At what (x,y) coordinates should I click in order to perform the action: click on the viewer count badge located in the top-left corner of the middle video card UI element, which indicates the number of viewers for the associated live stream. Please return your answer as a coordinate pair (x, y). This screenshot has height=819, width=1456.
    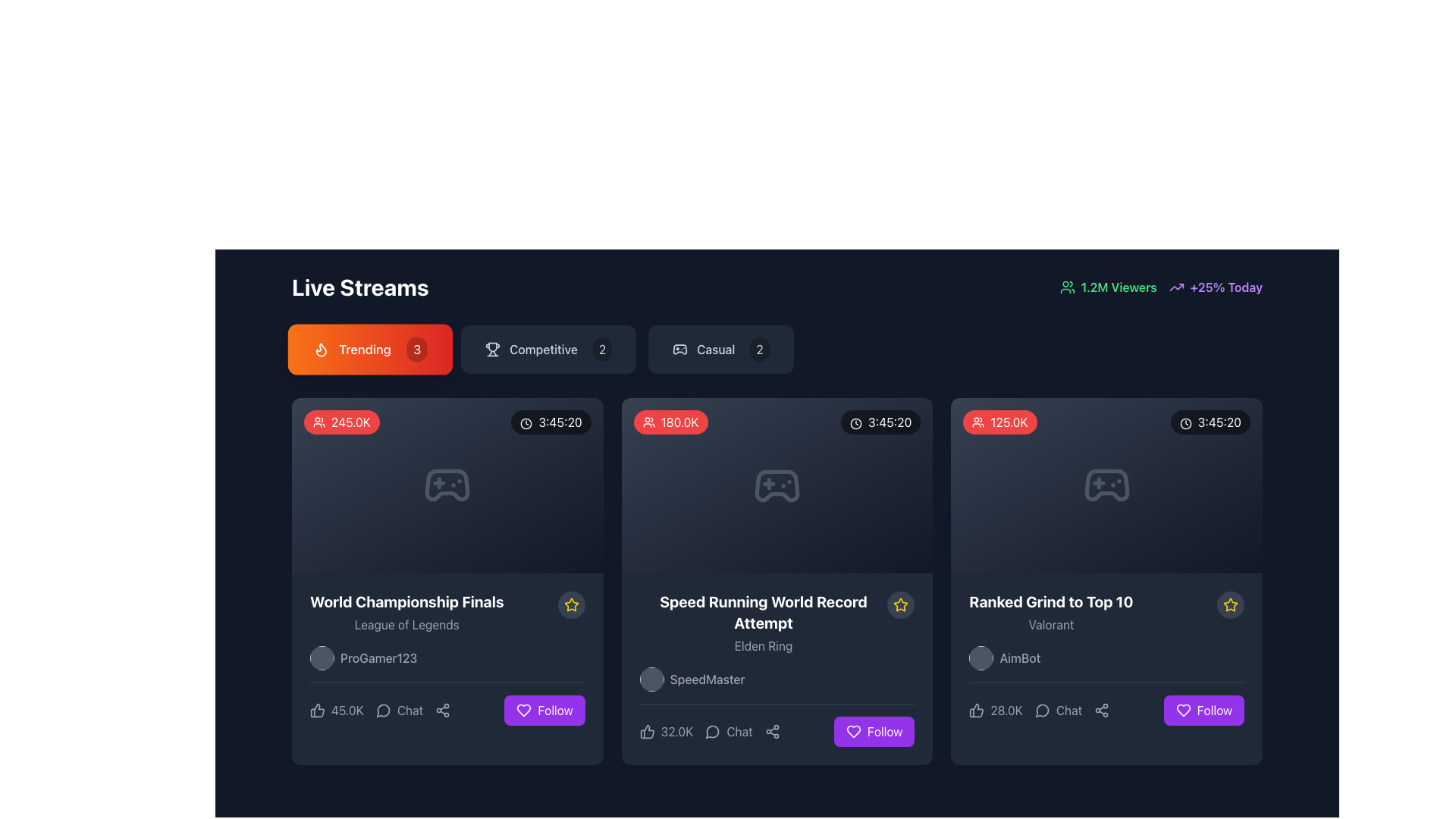
    Looking at the image, I should click on (670, 422).